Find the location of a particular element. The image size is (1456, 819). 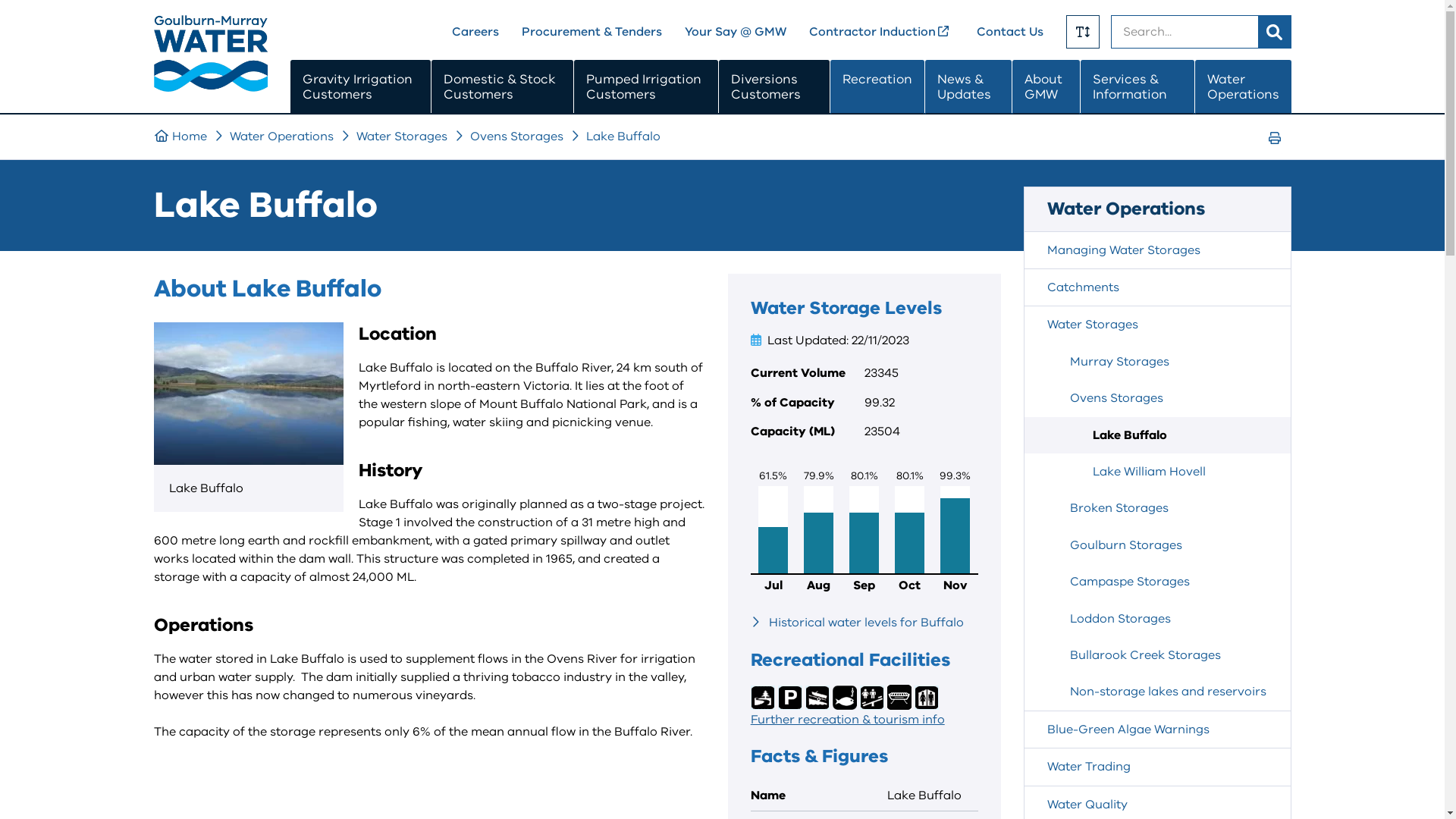

'Gravity Irrigation Customers' is located at coordinates (359, 87).